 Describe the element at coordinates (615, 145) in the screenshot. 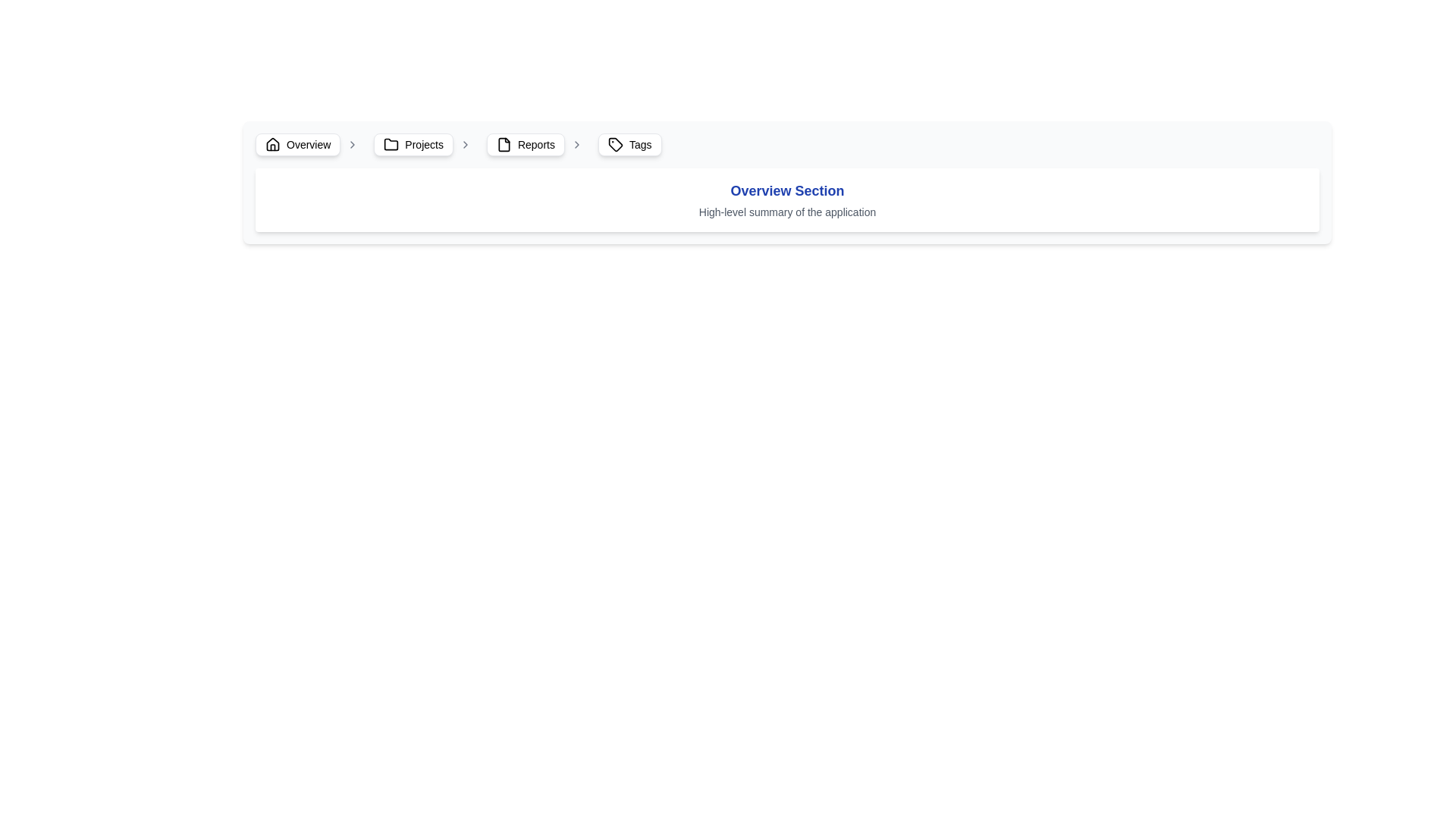

I see `the black stylized geometric tag icon in the breadcrumb navigation bar, which follows the 'Reports' label and represents the 'Tags' button` at that location.